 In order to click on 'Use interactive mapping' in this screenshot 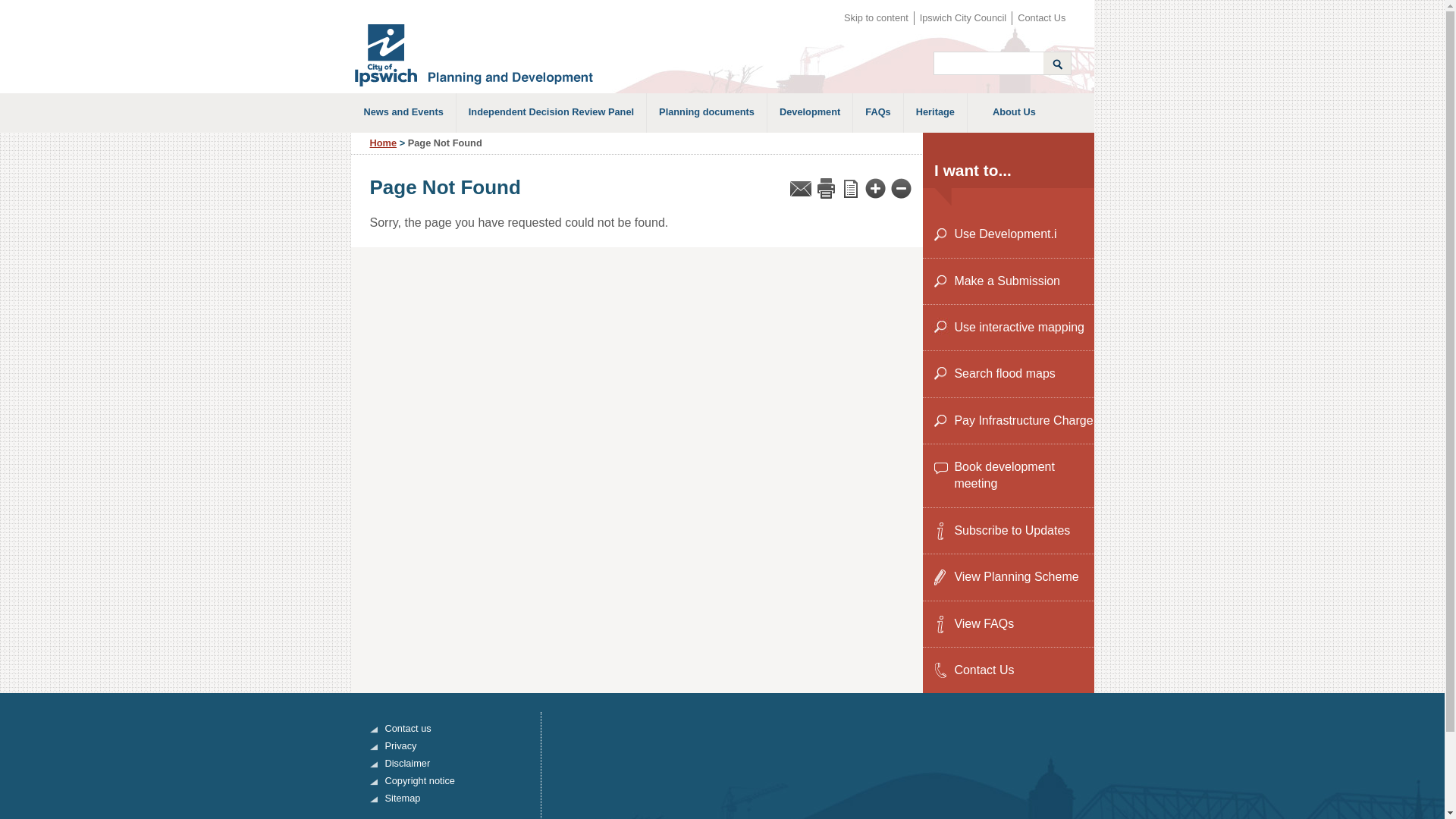, I will do `click(930, 327)`.